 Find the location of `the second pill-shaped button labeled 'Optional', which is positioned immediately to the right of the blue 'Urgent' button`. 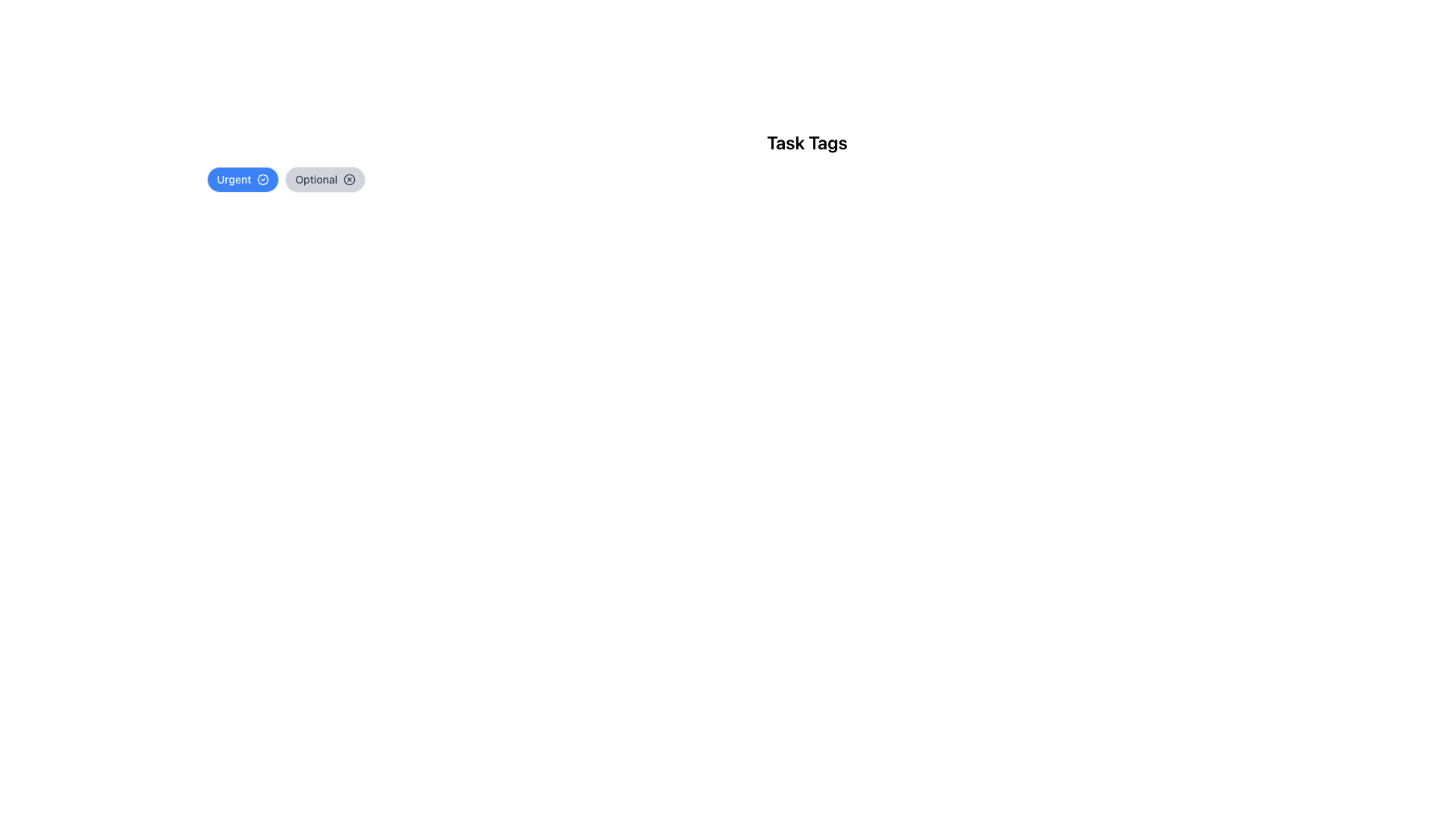

the second pill-shaped button labeled 'Optional', which is positioned immediately to the right of the blue 'Urgent' button is located at coordinates (325, 178).